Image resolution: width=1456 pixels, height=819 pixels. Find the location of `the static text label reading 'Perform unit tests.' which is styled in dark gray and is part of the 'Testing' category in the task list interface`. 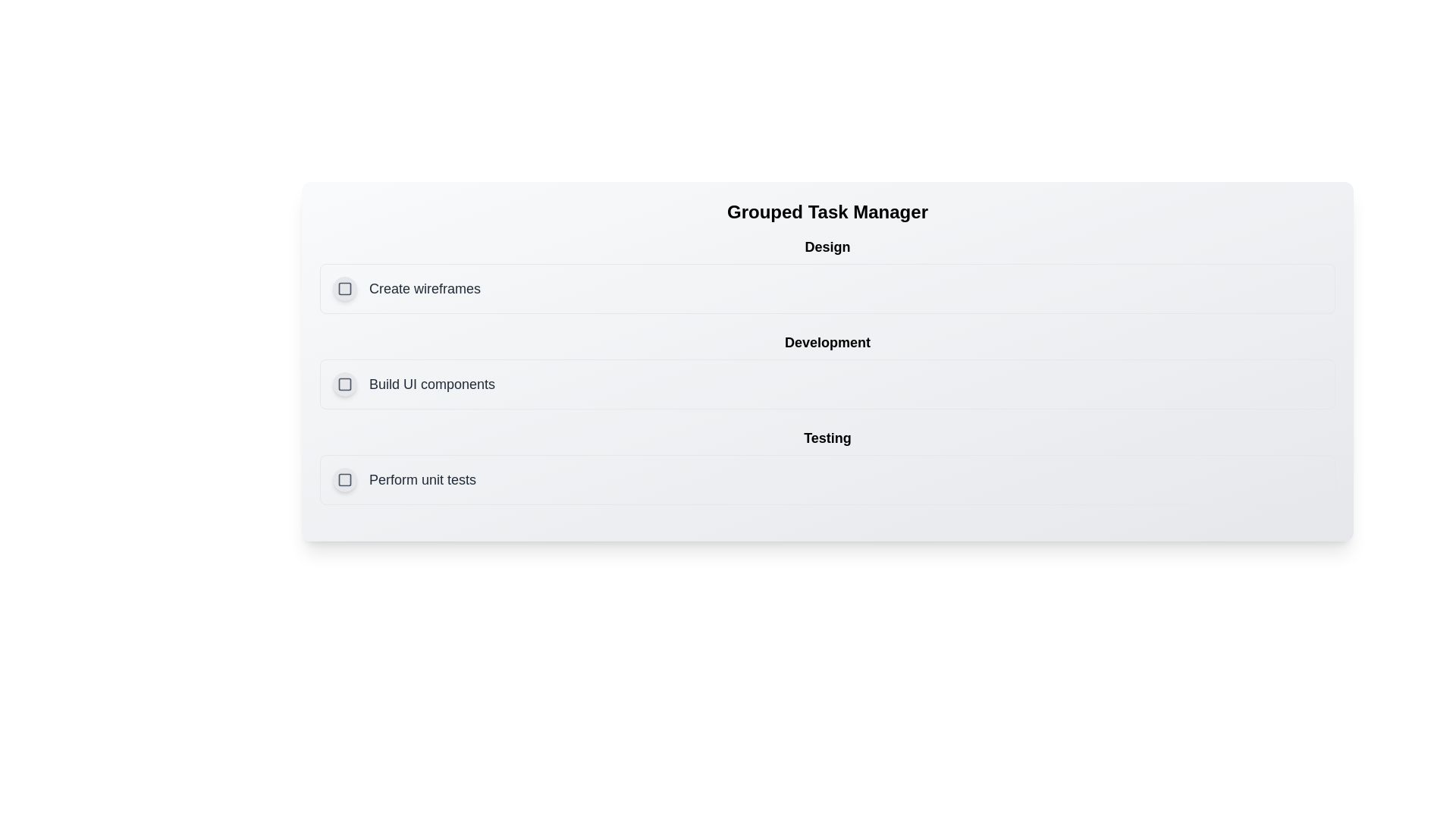

the static text label reading 'Perform unit tests.' which is styled in dark gray and is part of the 'Testing' category in the task list interface is located at coordinates (422, 479).